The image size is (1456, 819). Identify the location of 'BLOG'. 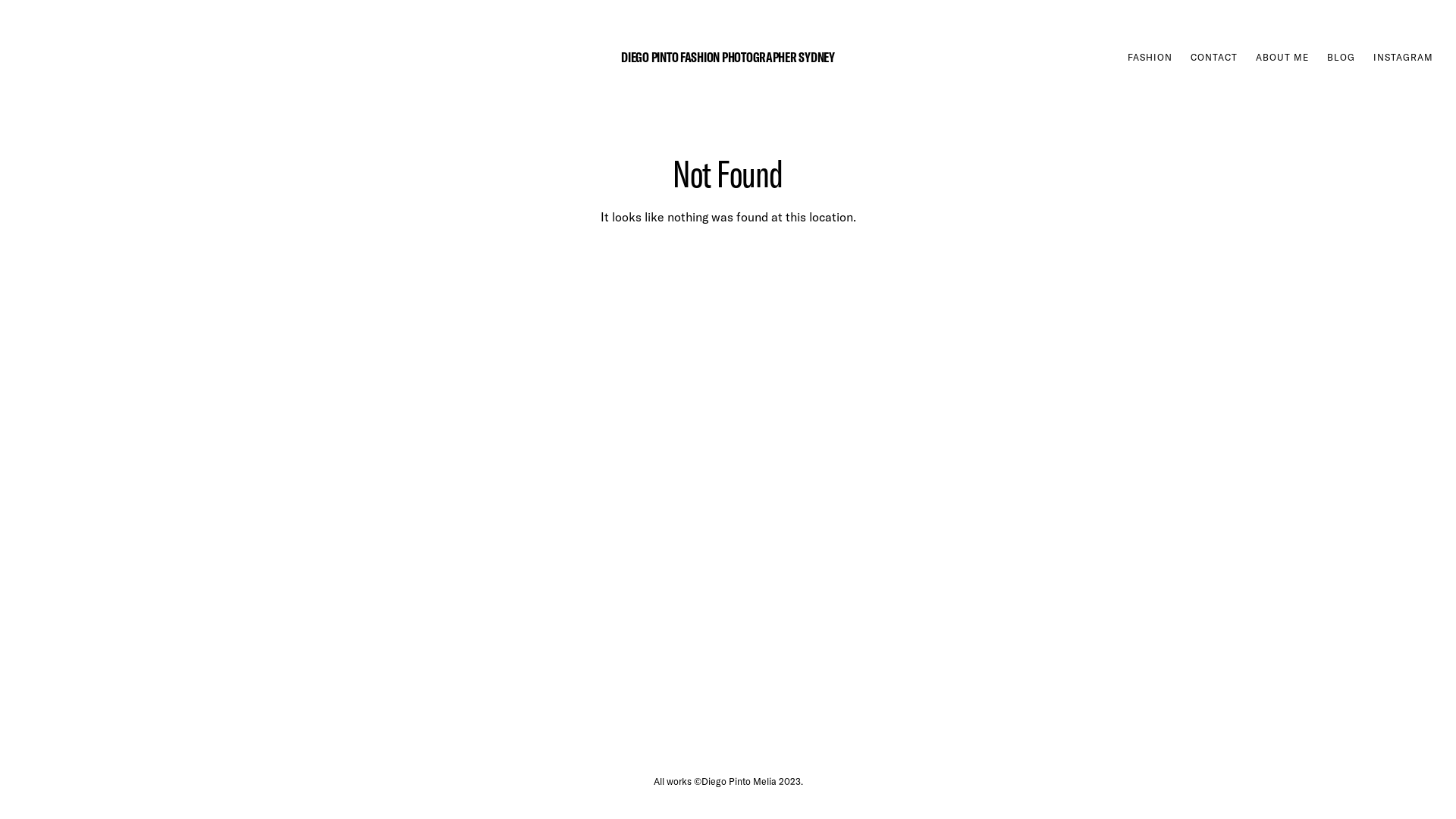
(1341, 56).